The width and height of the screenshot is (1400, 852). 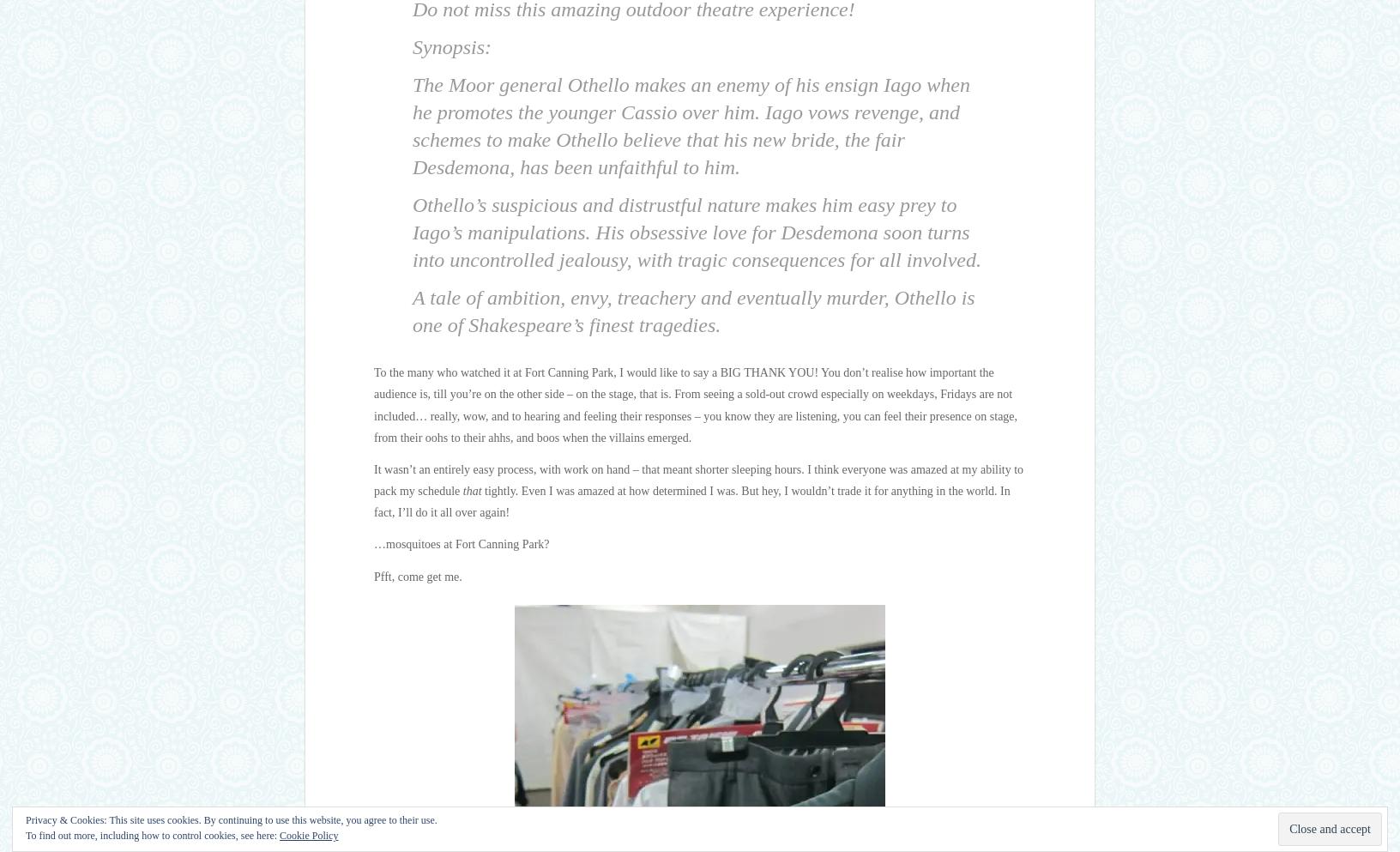 What do you see at coordinates (411, 311) in the screenshot?
I see `'A tale of ambition, envy, treachery and eventually murder, Othello is one of Shakespeare’s finest tragedies.'` at bounding box center [411, 311].